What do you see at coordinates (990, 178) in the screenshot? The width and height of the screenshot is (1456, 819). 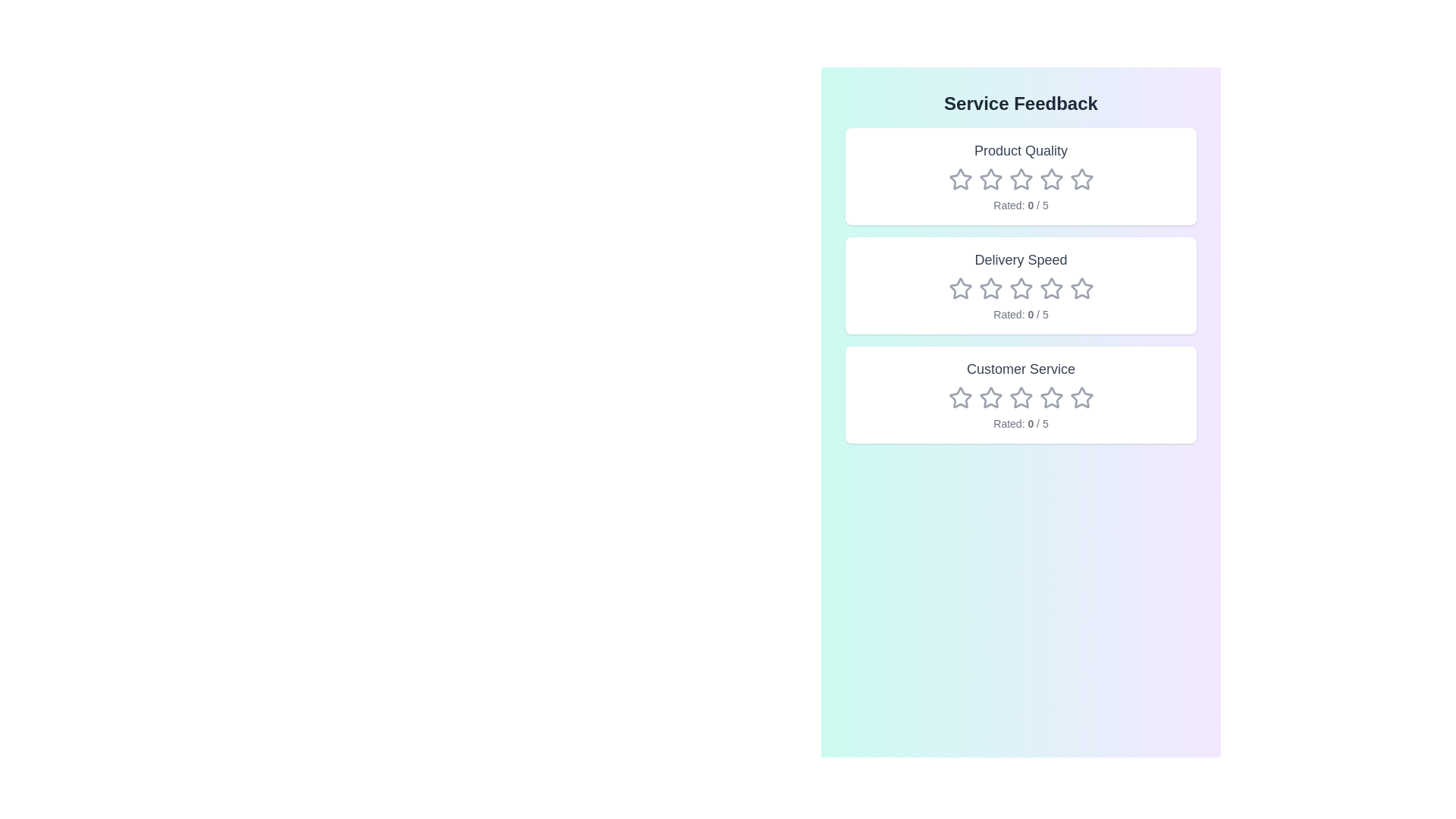 I see `the star icon for 2 stars in the 'Product Quality' section` at bounding box center [990, 178].